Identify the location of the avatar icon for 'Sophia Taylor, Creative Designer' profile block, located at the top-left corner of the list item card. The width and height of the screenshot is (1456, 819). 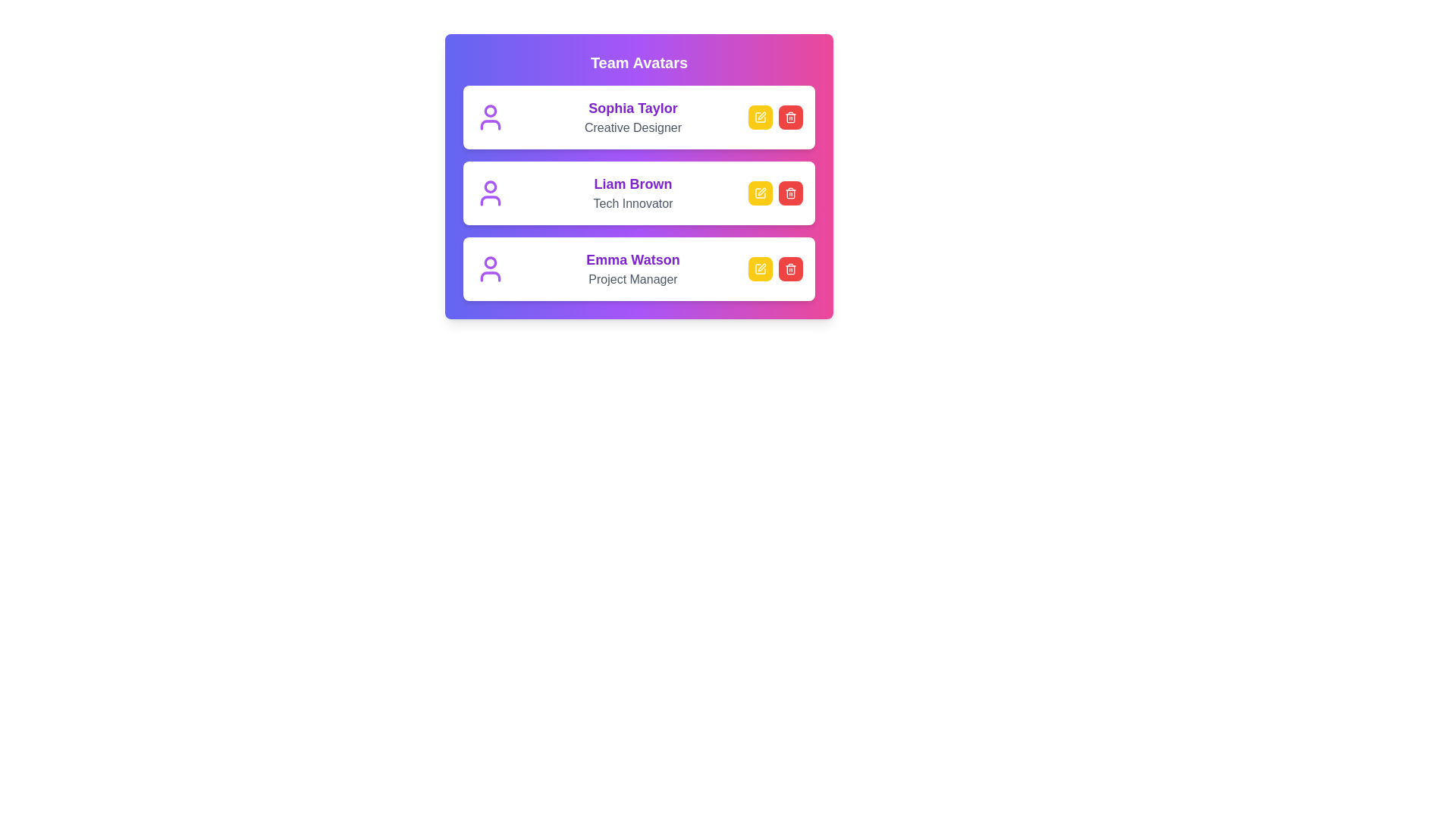
(491, 116).